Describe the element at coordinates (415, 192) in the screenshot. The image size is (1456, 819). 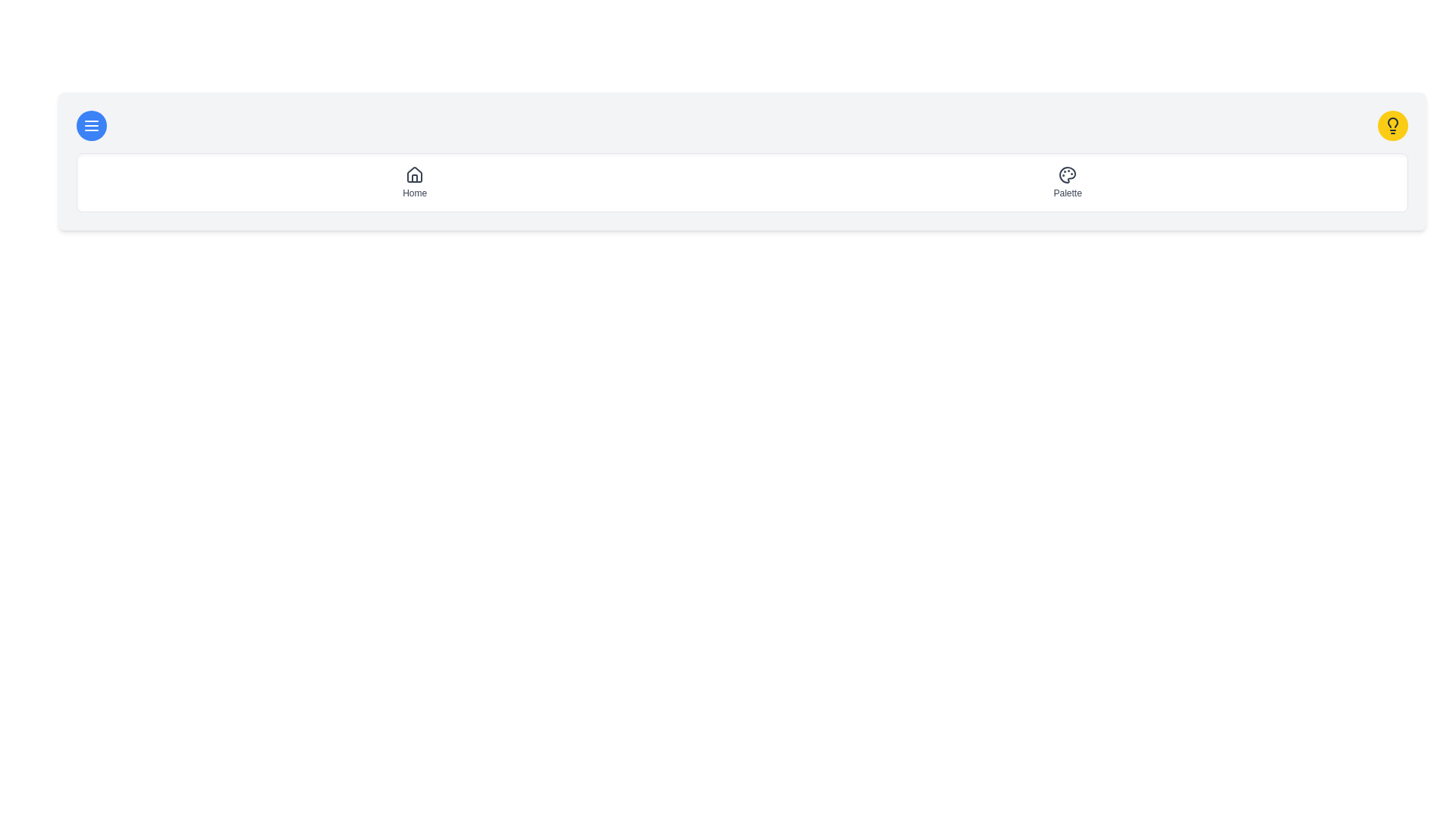
I see `the 'Home' text label, which is styled with gray text color and located below the house icon in the vertical layout` at that location.